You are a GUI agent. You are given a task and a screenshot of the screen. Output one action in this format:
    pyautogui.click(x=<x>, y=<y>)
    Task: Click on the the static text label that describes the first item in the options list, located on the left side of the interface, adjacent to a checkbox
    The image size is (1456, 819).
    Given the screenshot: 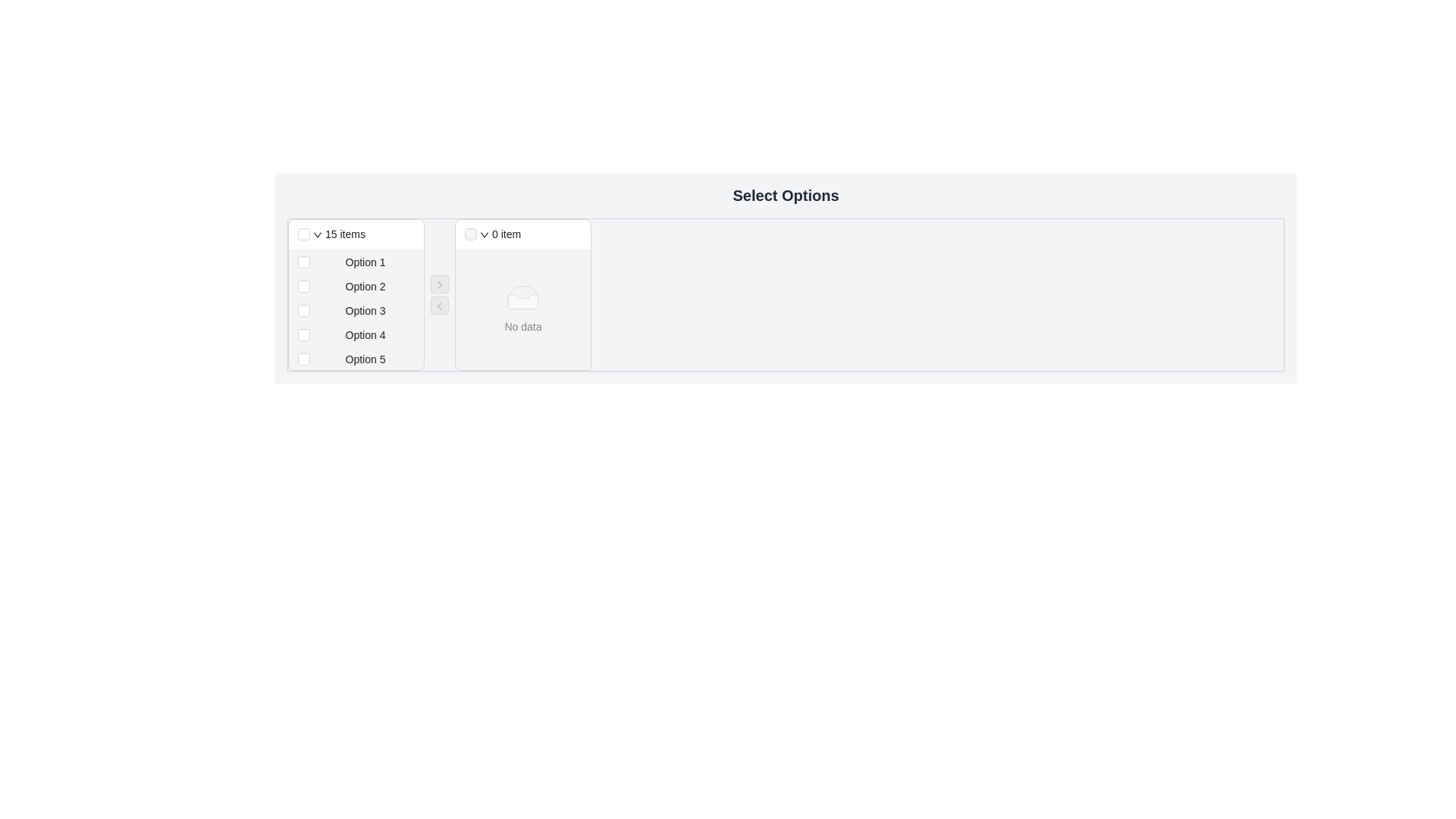 What is the action you would take?
    pyautogui.click(x=365, y=262)
    